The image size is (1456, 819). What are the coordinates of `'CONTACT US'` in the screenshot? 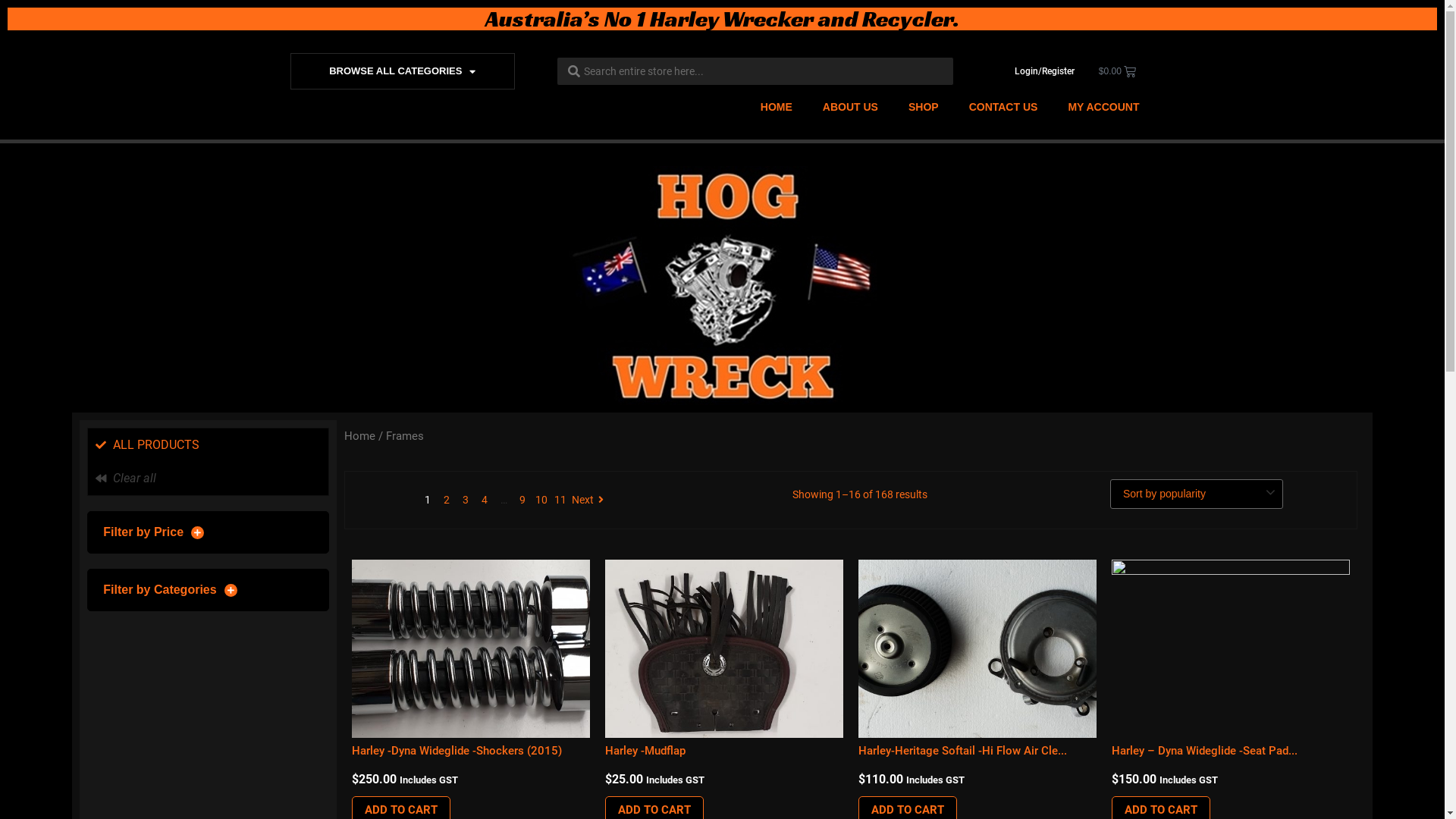 It's located at (1003, 106).